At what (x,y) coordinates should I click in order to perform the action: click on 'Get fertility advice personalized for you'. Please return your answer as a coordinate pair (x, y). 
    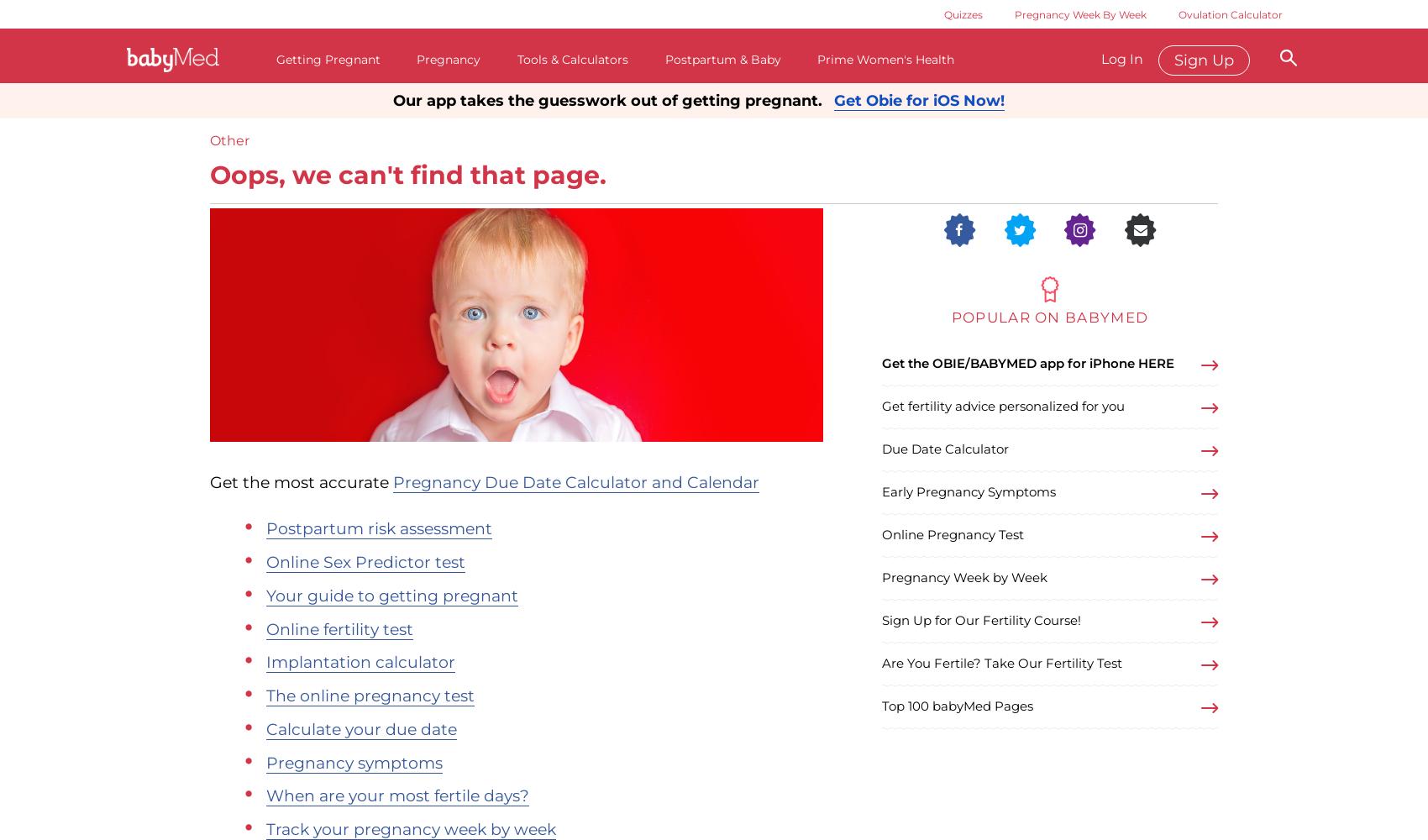
    Looking at the image, I should click on (1002, 405).